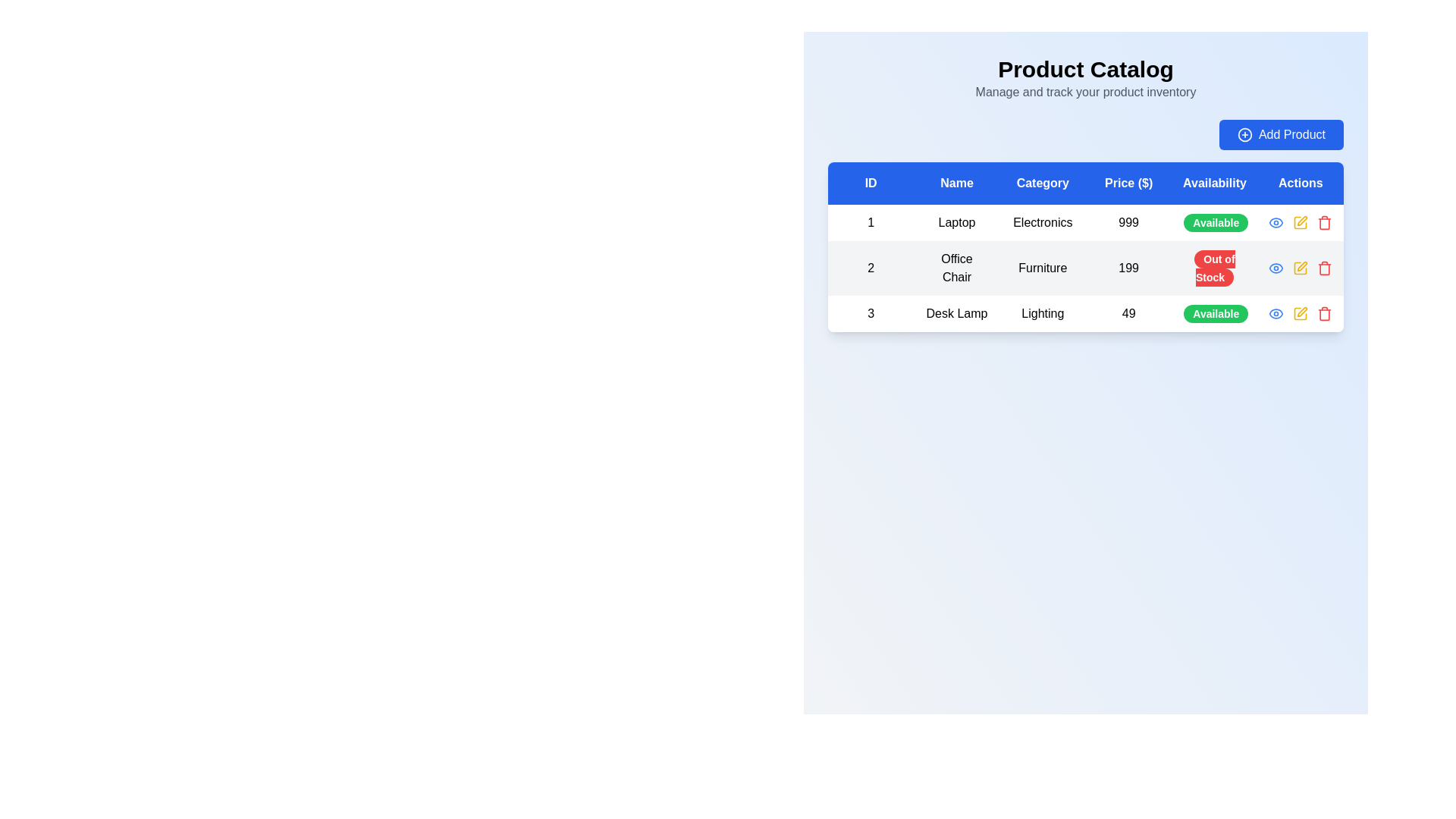  I want to click on status of the availability badge for the product 'Laptop', which is located in the first row of the 'Availability' column of the table, so click(1216, 222).